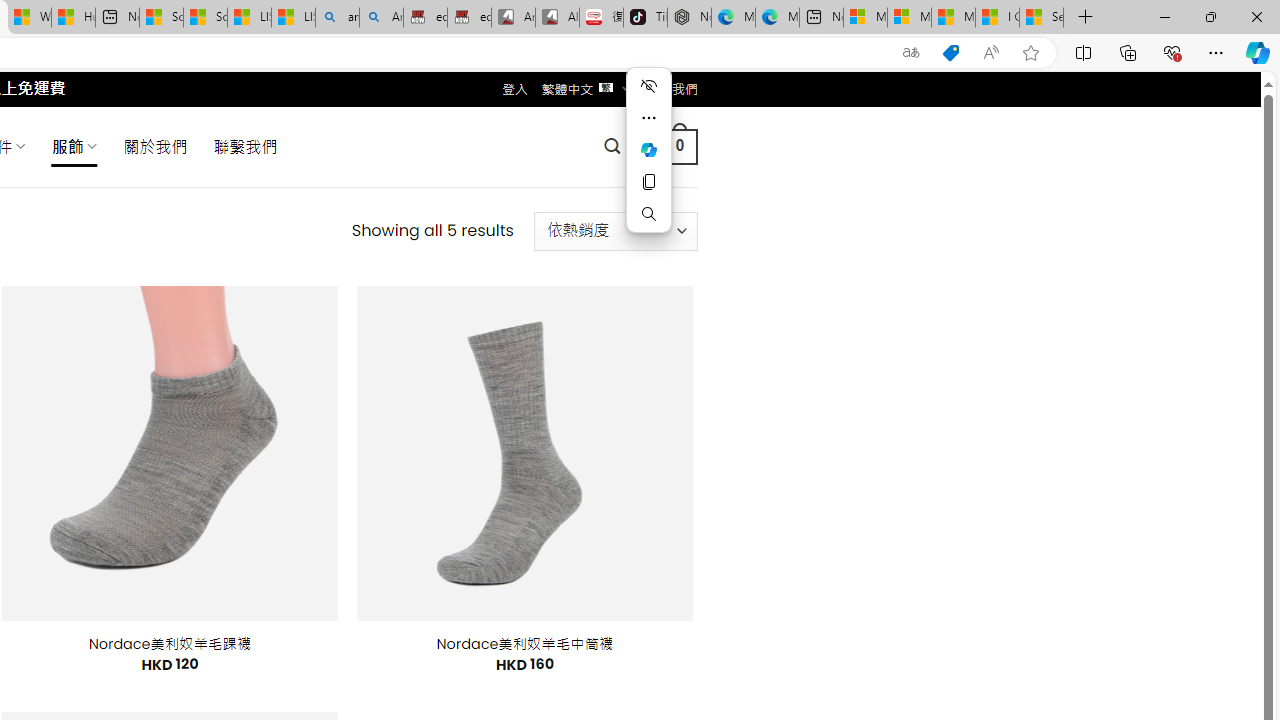 This screenshot has height=720, width=1280. Describe the element at coordinates (991, 52) in the screenshot. I see `'Read aloud this page (Ctrl+Shift+U)'` at that location.